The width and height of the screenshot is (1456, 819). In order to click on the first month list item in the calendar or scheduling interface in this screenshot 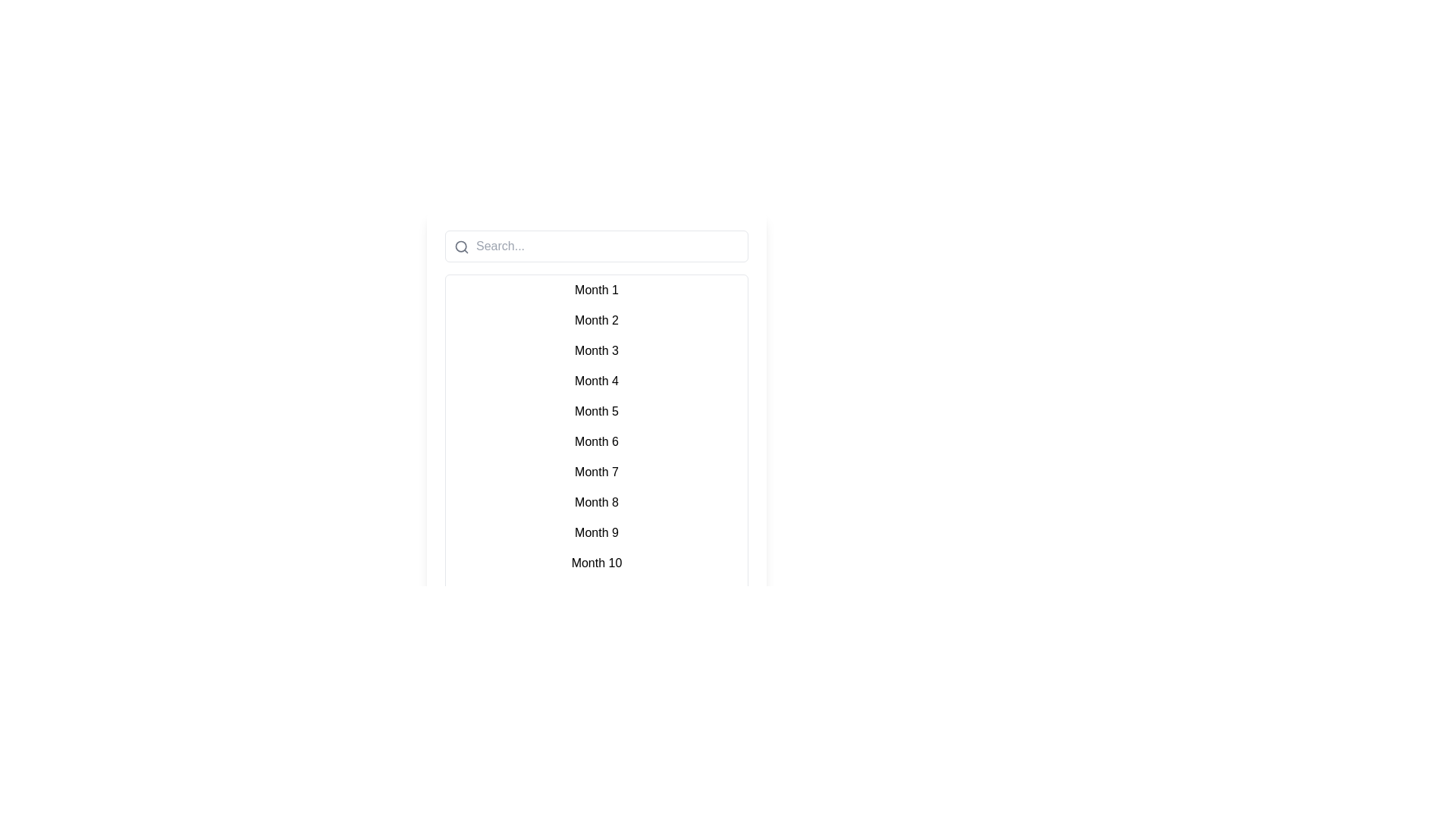, I will do `click(596, 290)`.